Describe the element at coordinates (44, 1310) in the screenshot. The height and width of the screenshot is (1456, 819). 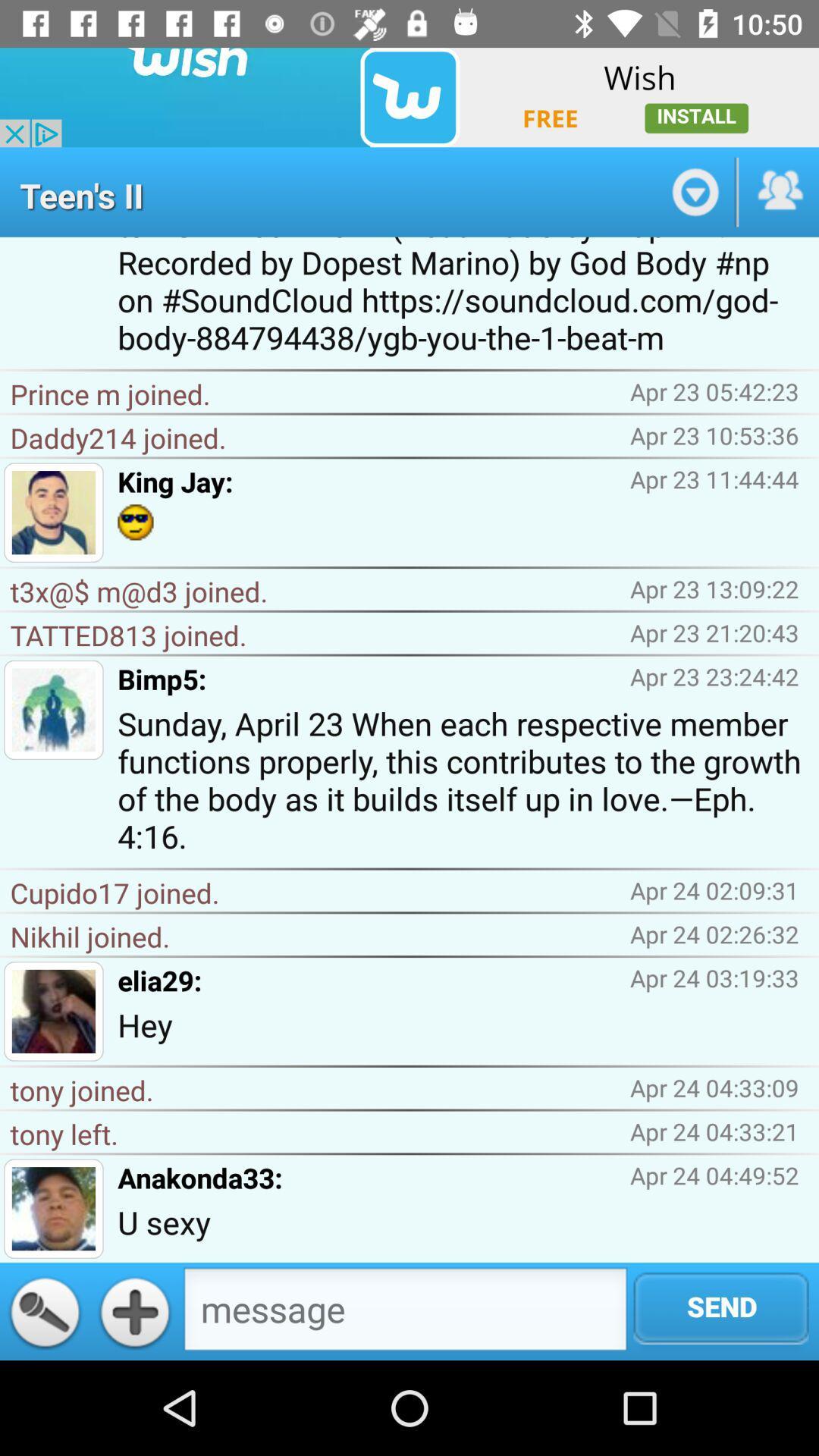
I see `translate the word` at that location.